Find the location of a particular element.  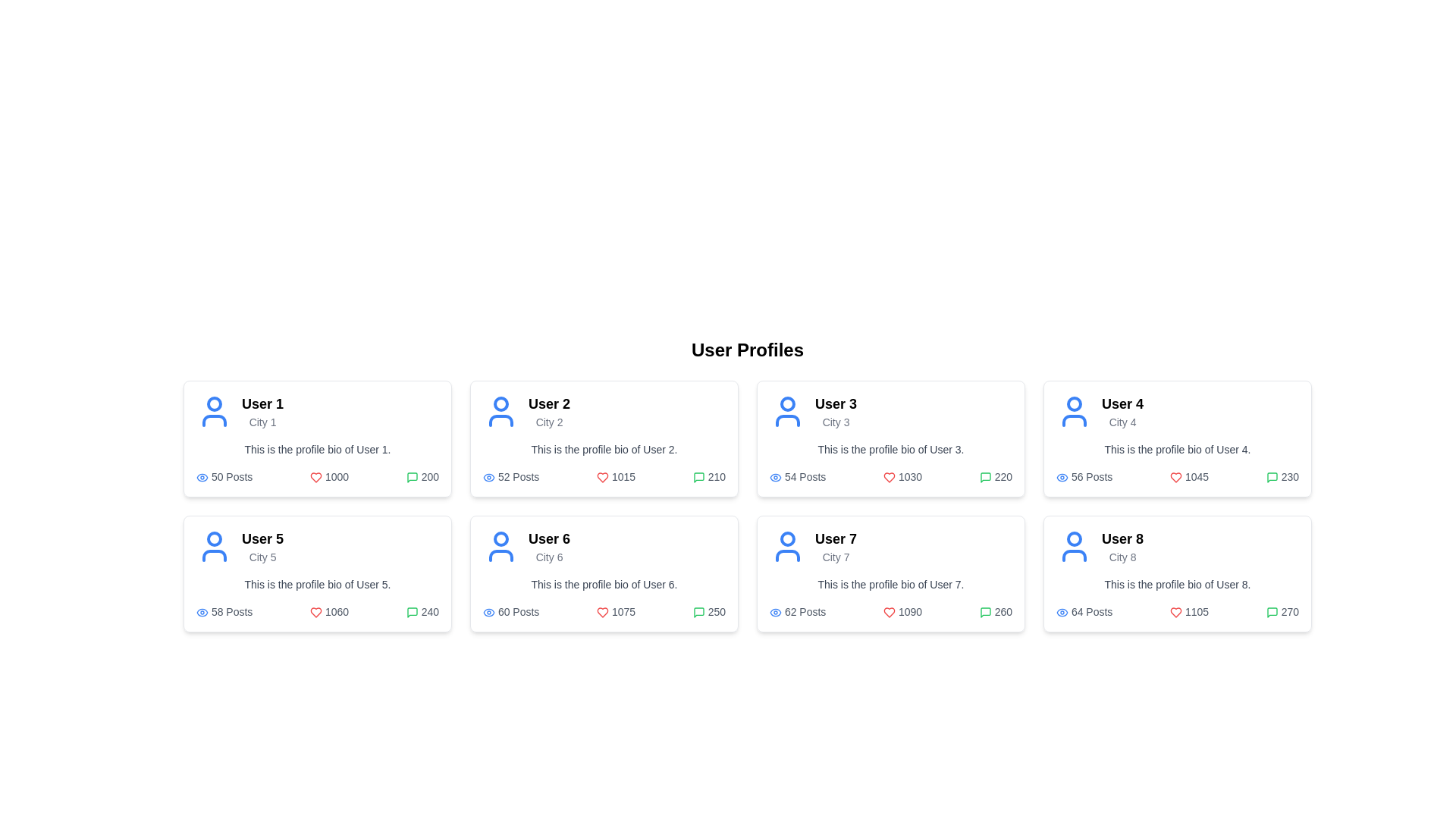

the comments icon associated with User 2's profile in the second profile card is located at coordinates (698, 478).